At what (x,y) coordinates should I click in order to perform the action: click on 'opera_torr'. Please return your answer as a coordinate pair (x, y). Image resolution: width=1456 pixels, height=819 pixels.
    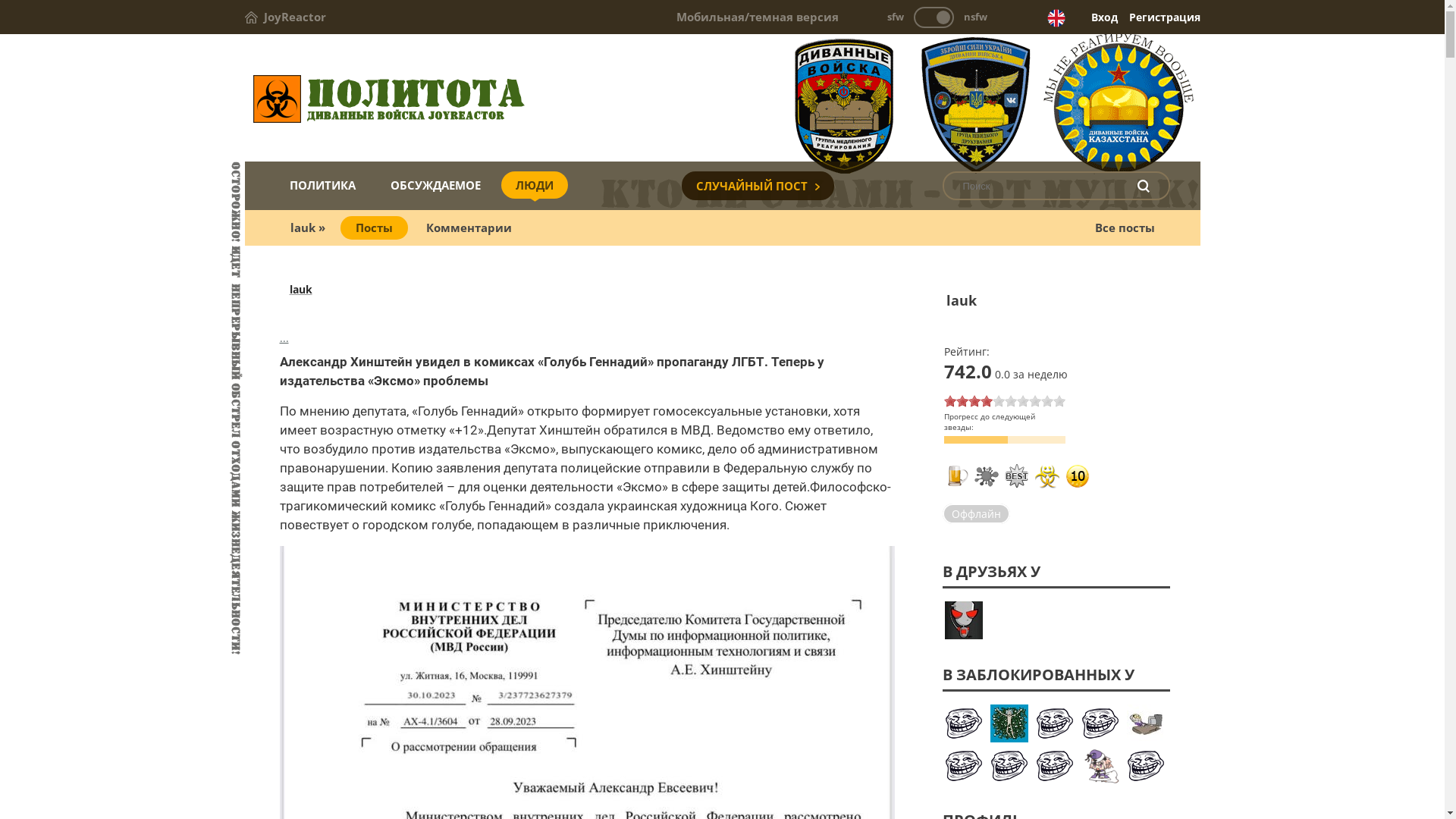
    Looking at the image, I should click on (1100, 722).